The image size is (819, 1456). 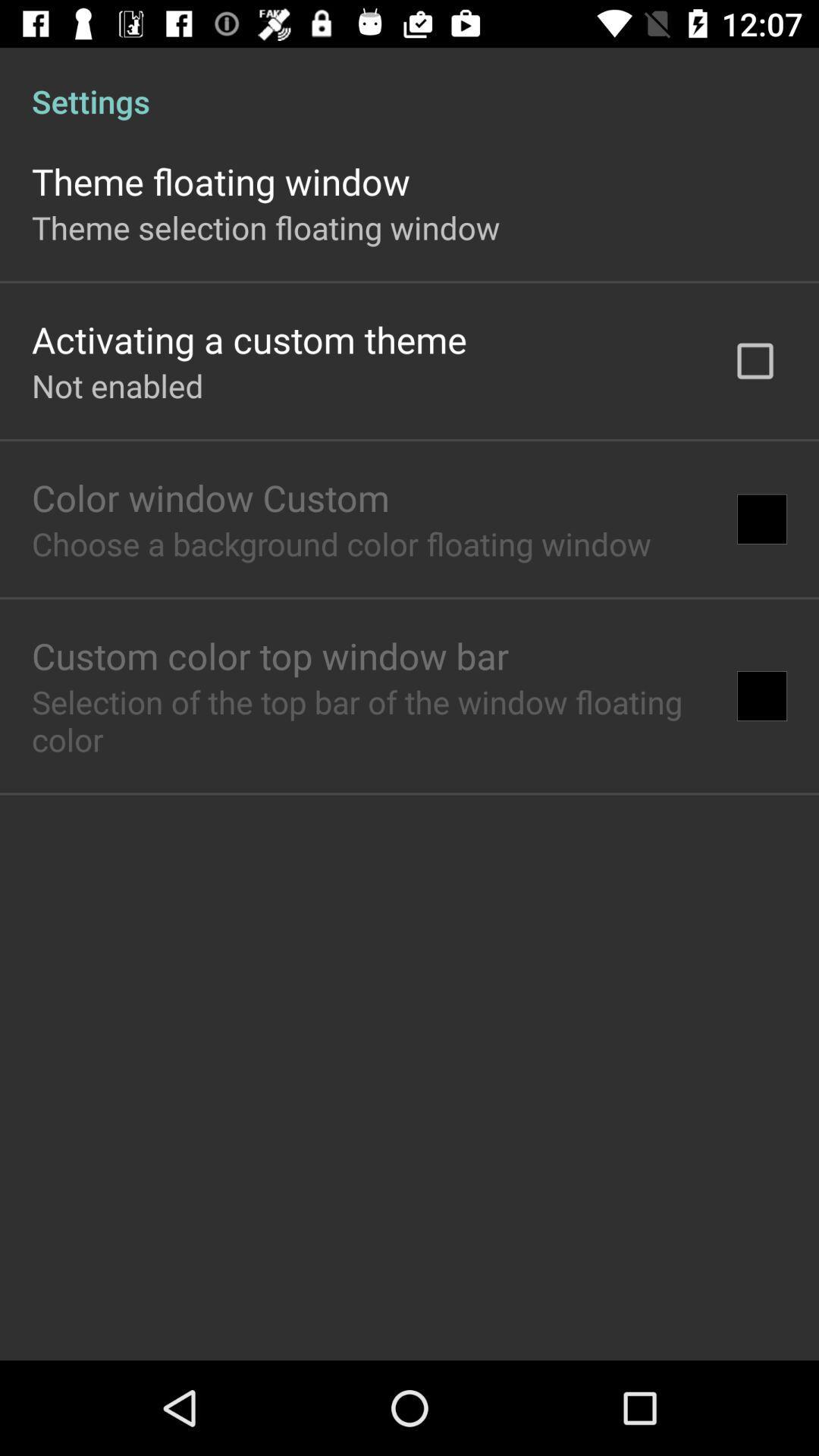 I want to click on not enabled app, so click(x=117, y=385).